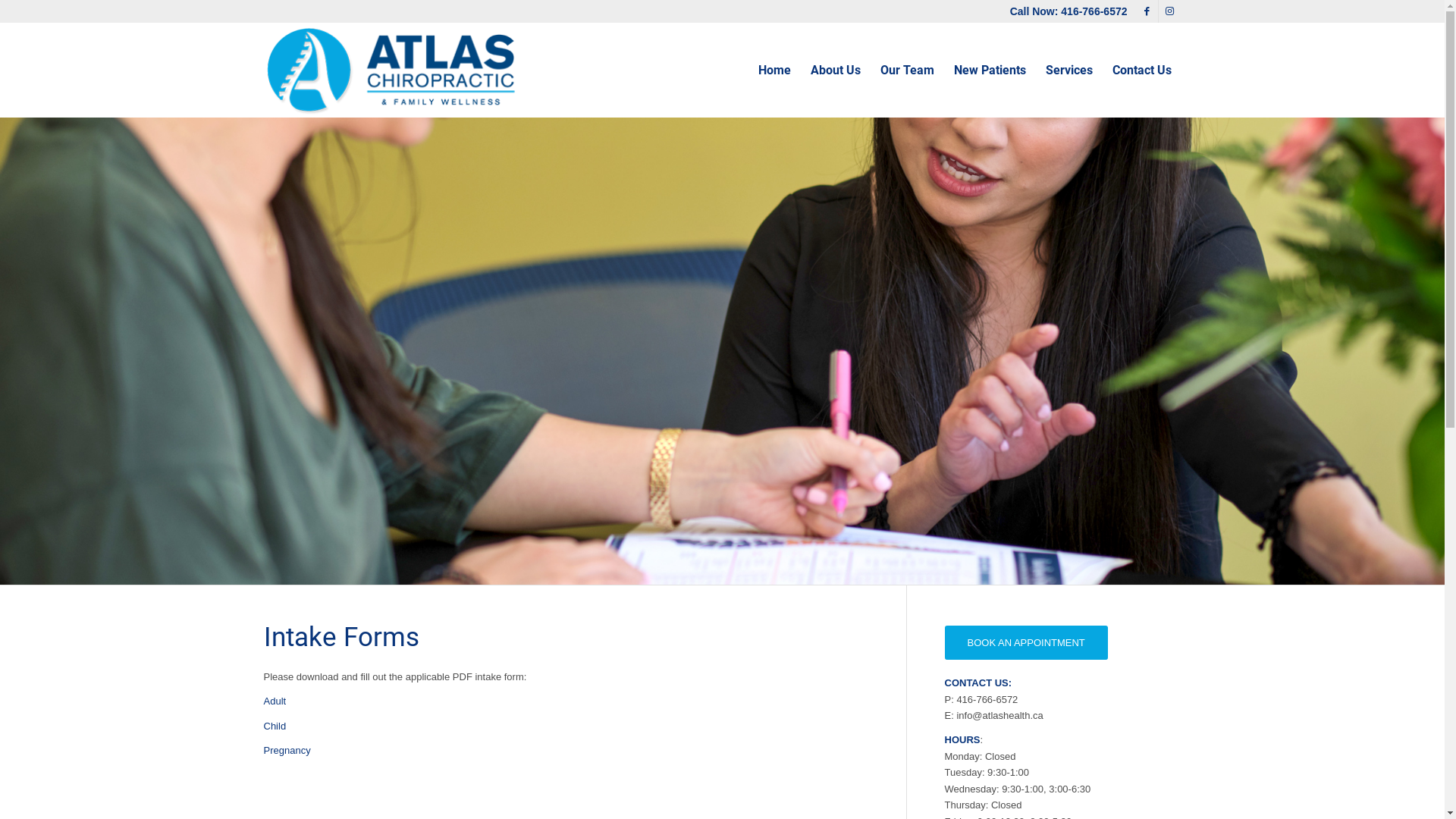 The width and height of the screenshot is (1456, 819). I want to click on 'Services', so click(1068, 70).